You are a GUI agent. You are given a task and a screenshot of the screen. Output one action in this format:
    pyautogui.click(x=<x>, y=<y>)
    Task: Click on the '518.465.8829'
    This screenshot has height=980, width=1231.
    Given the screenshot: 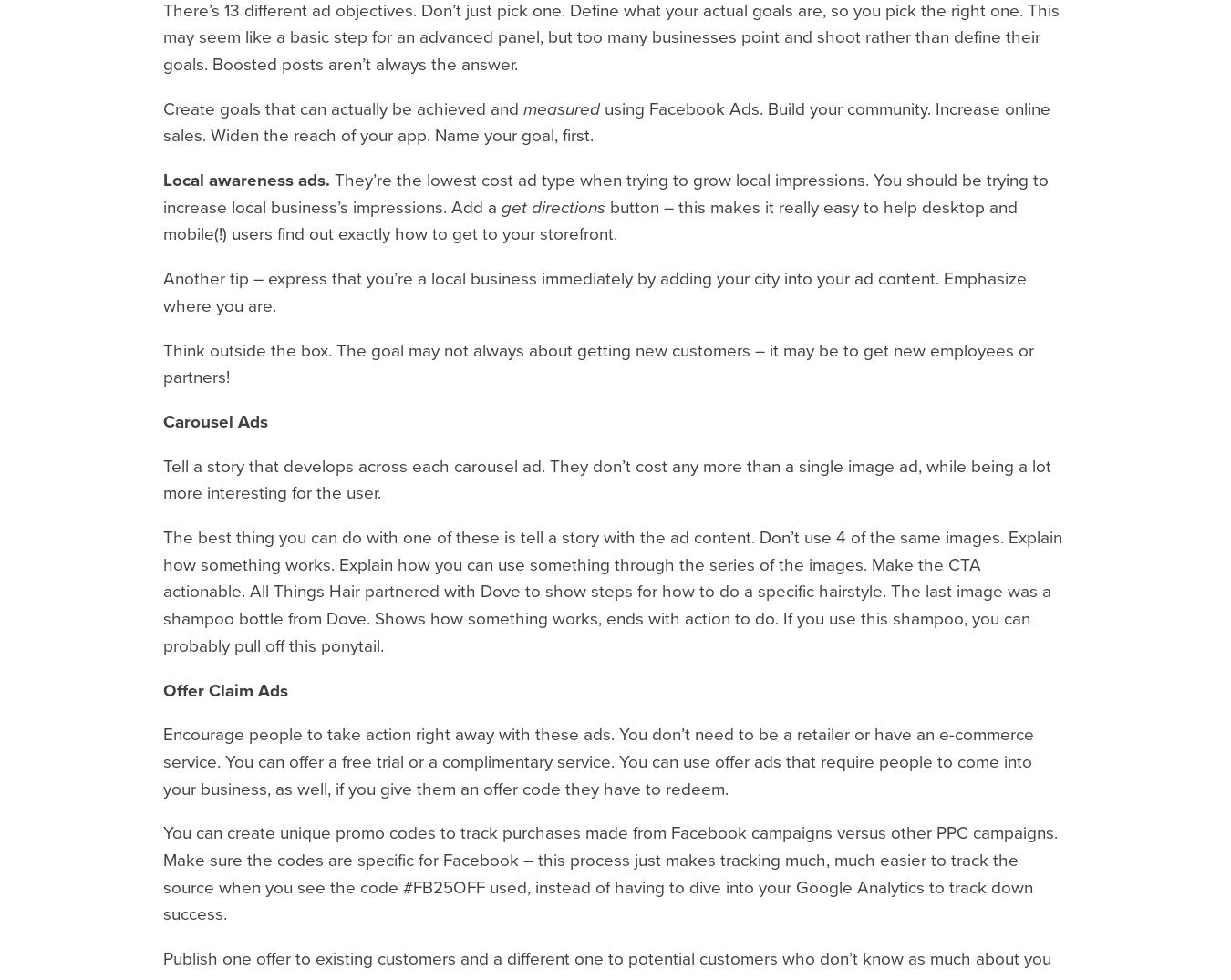 What is the action you would take?
    pyautogui.click(x=378, y=843)
    